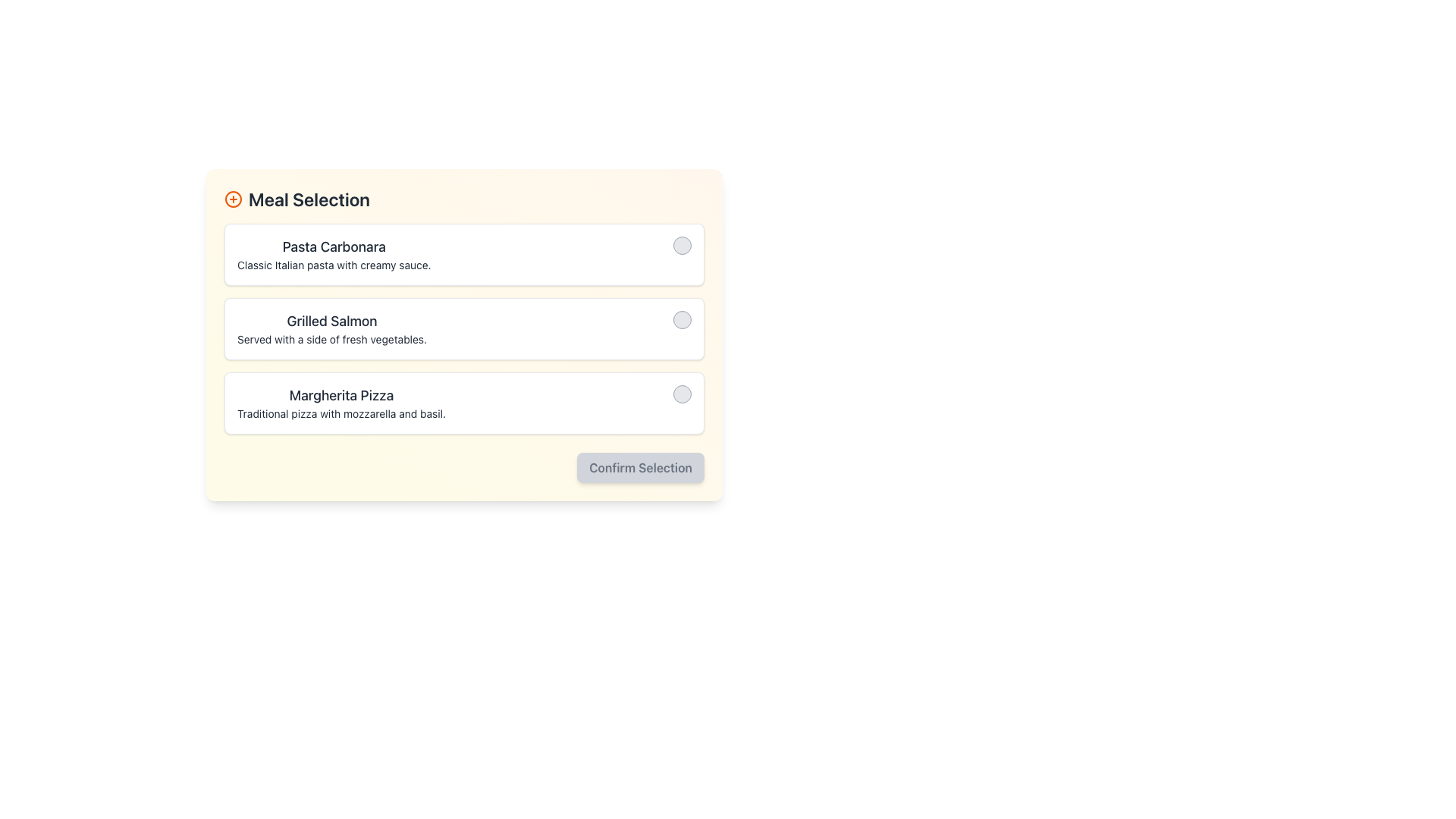 The height and width of the screenshot is (819, 1456). I want to click on the section title indicating meal option selection, located at the top-left corner of the meal selection interface, to trigger visual cues, so click(309, 198).